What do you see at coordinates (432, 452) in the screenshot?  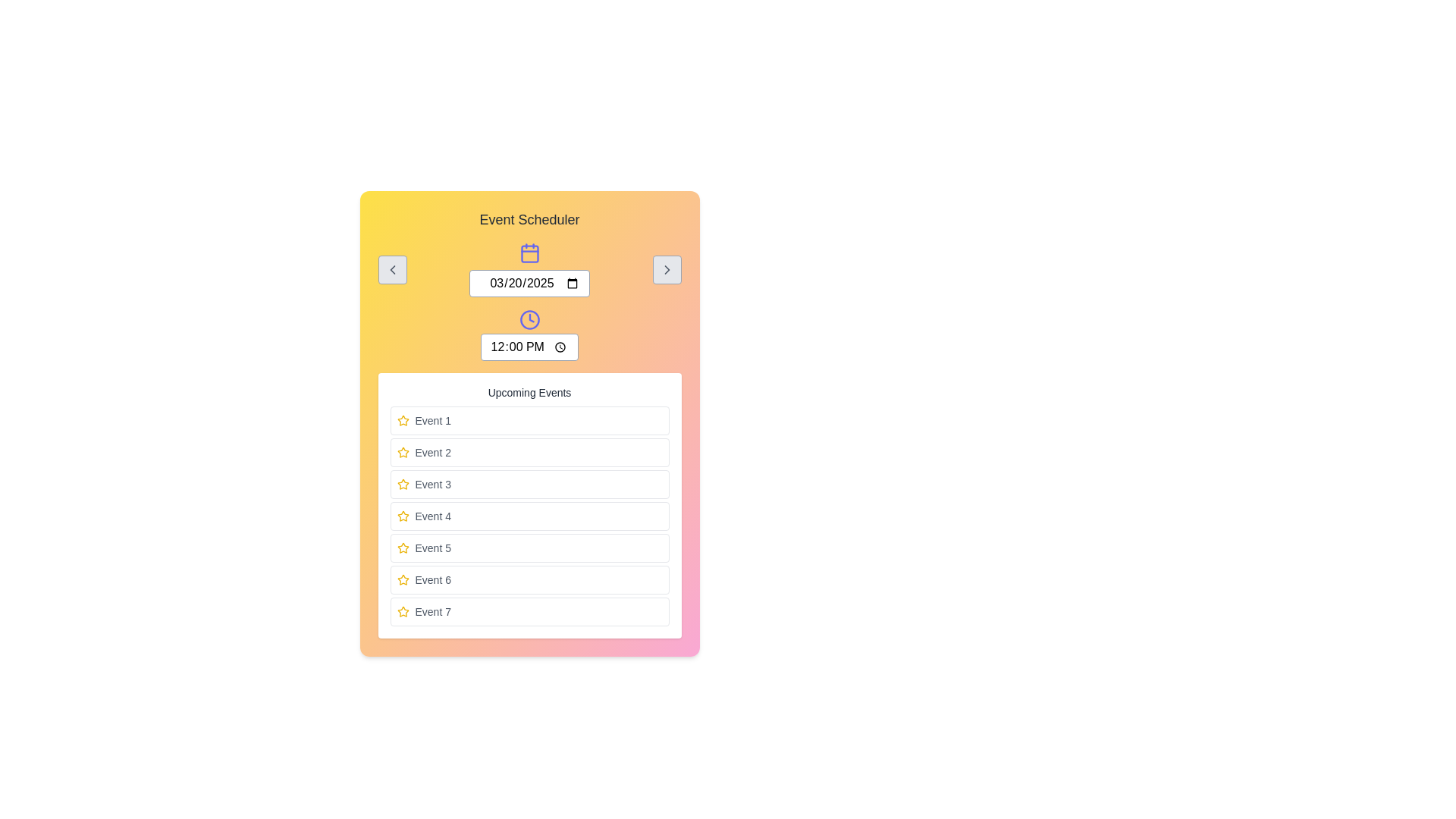 I see `the static text element reading 'Event 2', which is styled in a muted gray color and located next to a yellow star icon within the 'Upcoming Events' panel` at bounding box center [432, 452].